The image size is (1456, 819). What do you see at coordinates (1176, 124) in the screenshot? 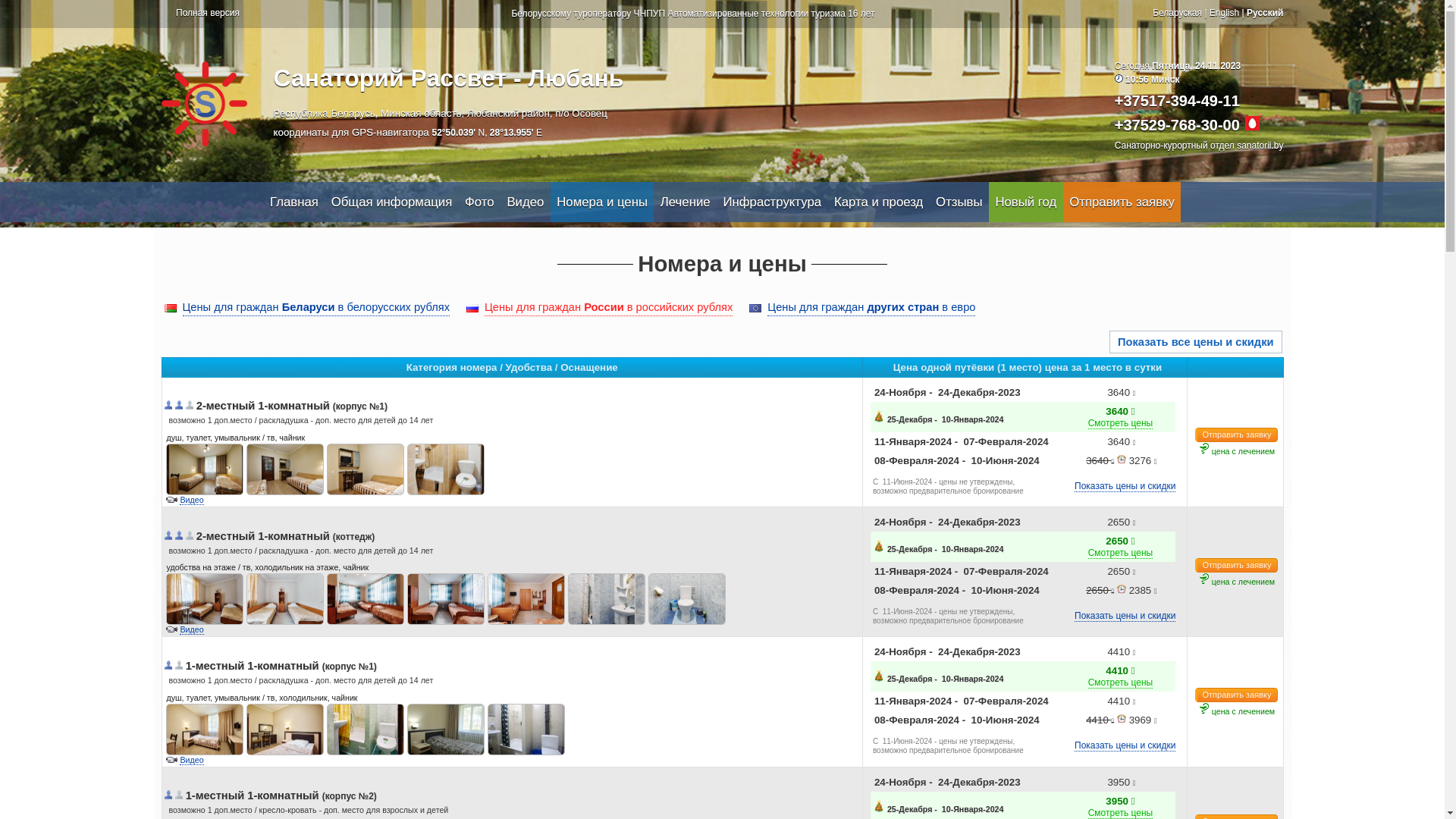
I see `'+37529-768-30-00'` at bounding box center [1176, 124].